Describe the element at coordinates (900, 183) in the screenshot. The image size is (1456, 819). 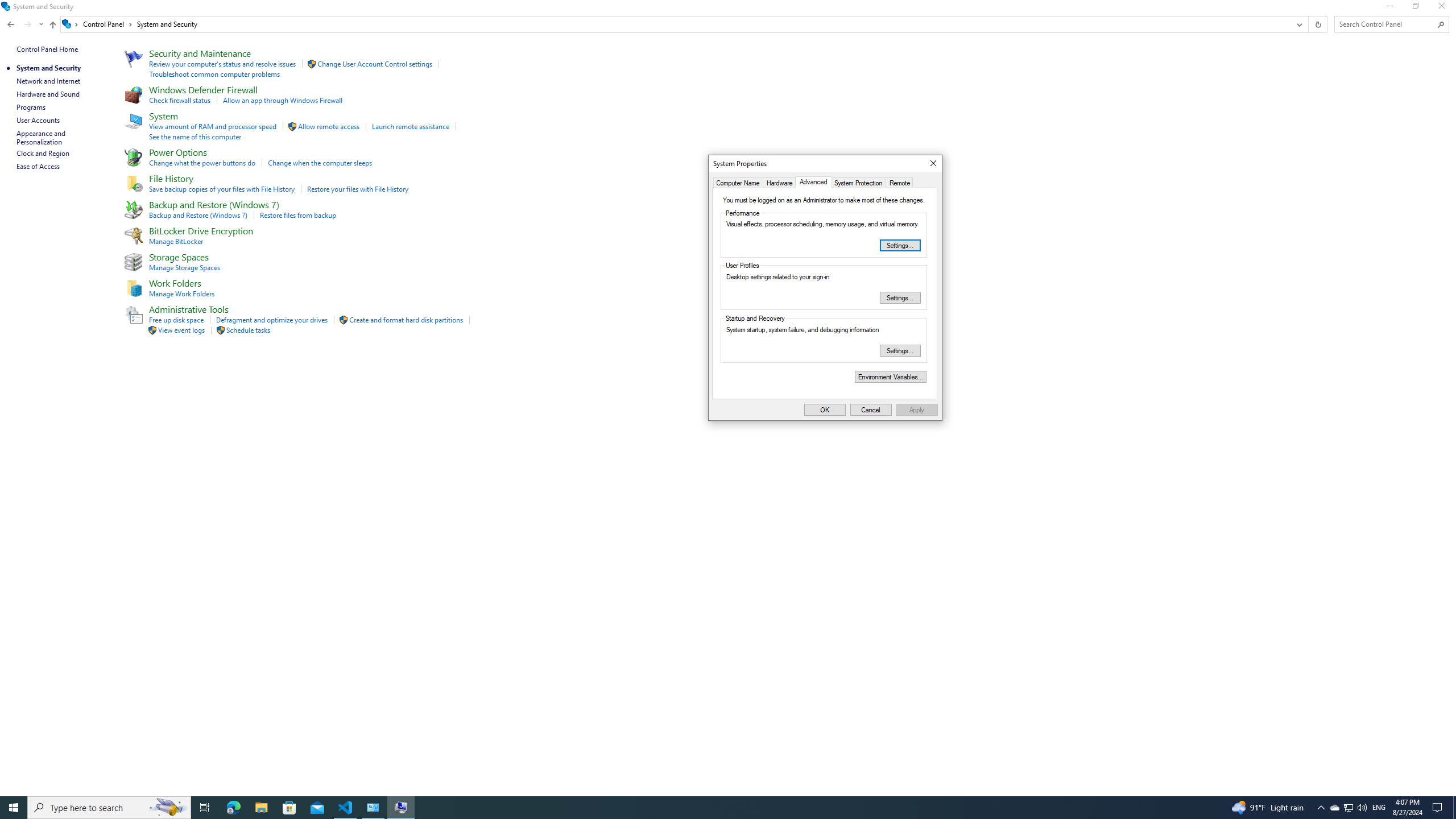
I see `'Remote'` at that location.